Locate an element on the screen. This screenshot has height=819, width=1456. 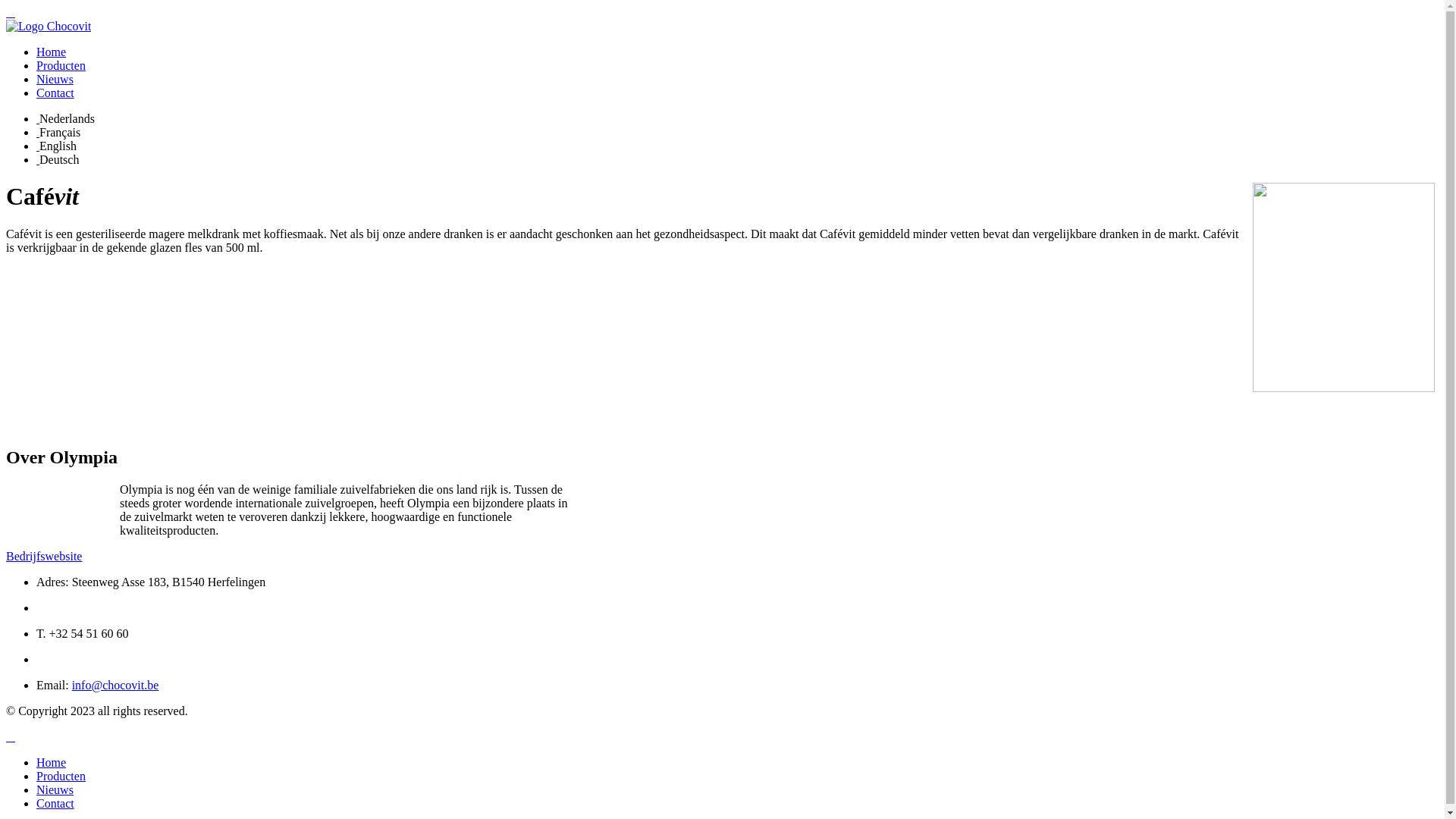
'   ' is located at coordinates (11, 736).